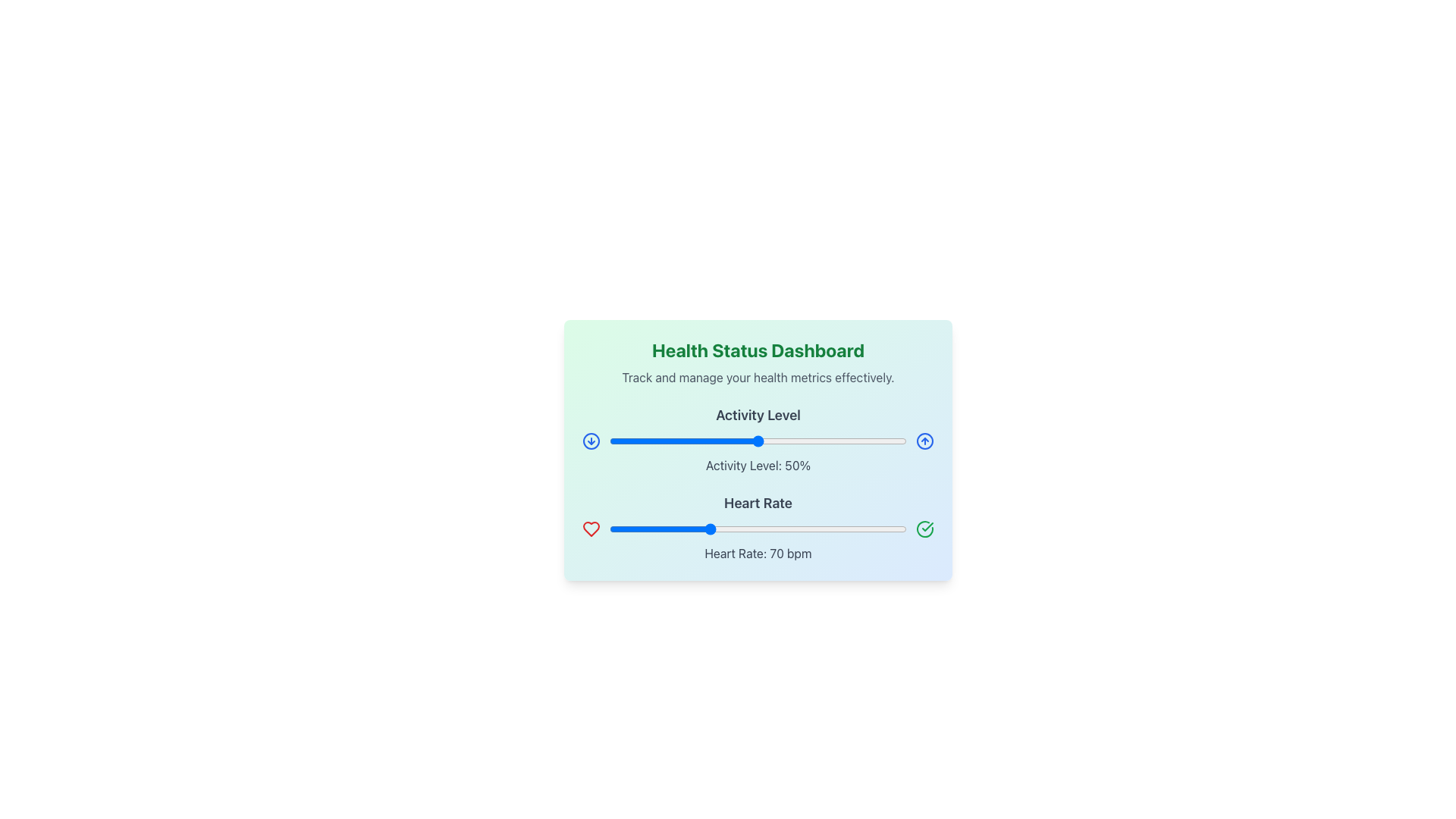  Describe the element at coordinates (705, 529) in the screenshot. I see `heart rate` at that location.